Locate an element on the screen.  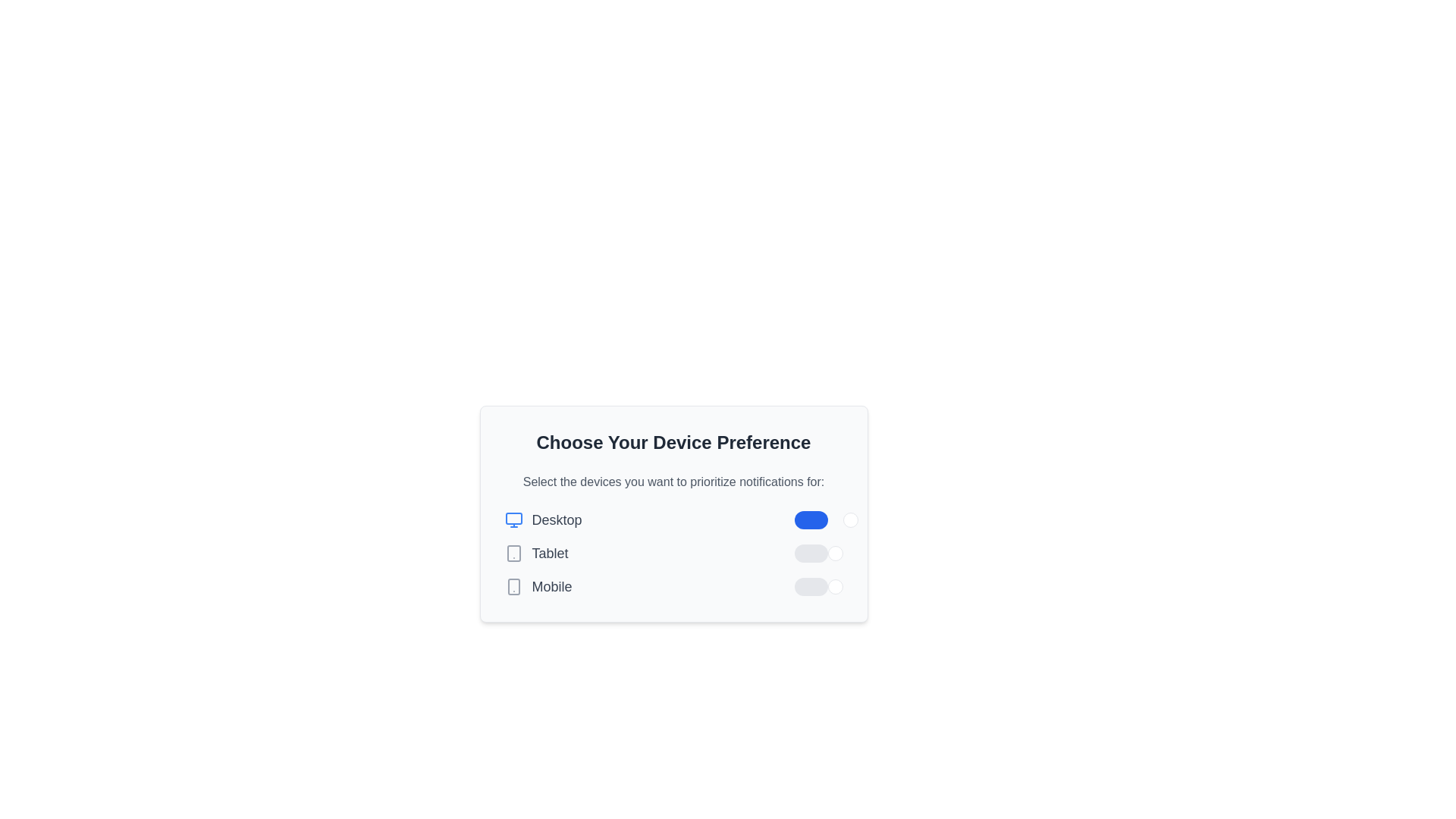
the 'Desktop' device option icon, which is positioned to the left of the text labeled 'Desktop' in the device preference selection layout is located at coordinates (513, 519).